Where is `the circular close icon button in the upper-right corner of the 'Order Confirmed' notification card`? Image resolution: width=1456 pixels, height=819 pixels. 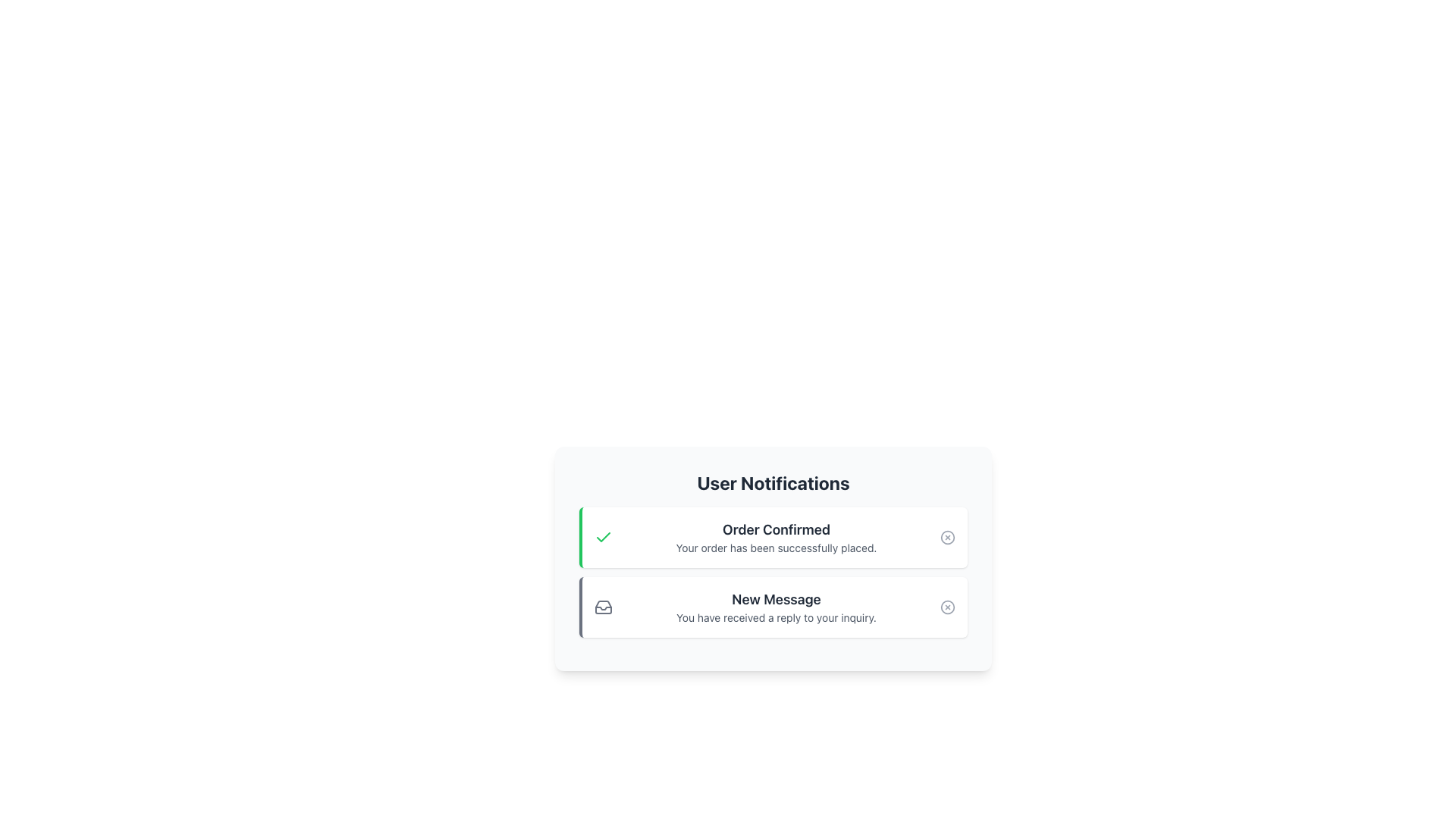
the circular close icon button in the upper-right corner of the 'Order Confirmed' notification card is located at coordinates (946, 537).